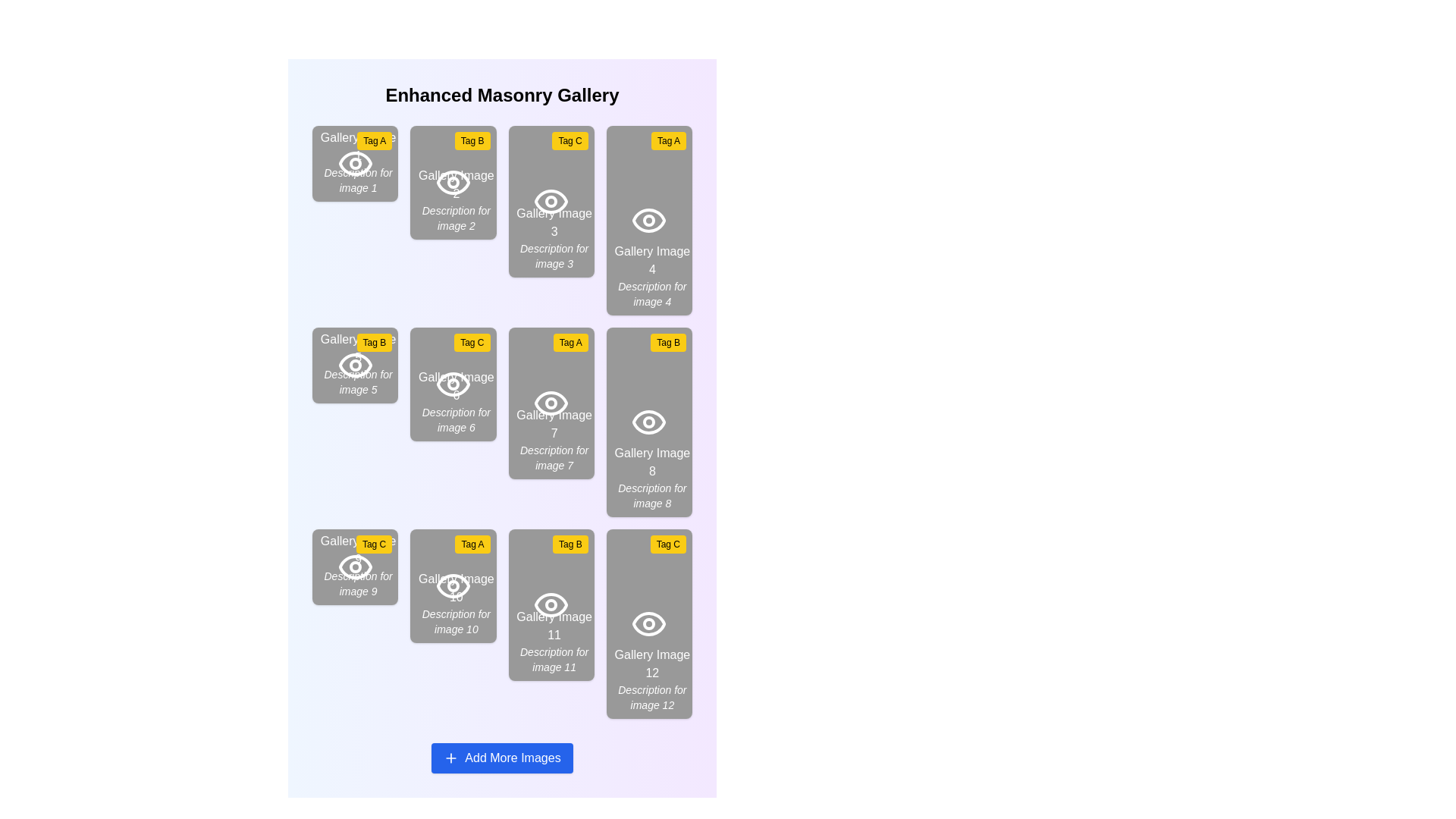 The width and height of the screenshot is (1456, 819). Describe the element at coordinates (649, 623) in the screenshot. I see `text within the Gallery item card, which displays image metadata including title, description, and tag. This card is the twelfth in a grid layout, located in the last row and last column of the gallery` at that location.